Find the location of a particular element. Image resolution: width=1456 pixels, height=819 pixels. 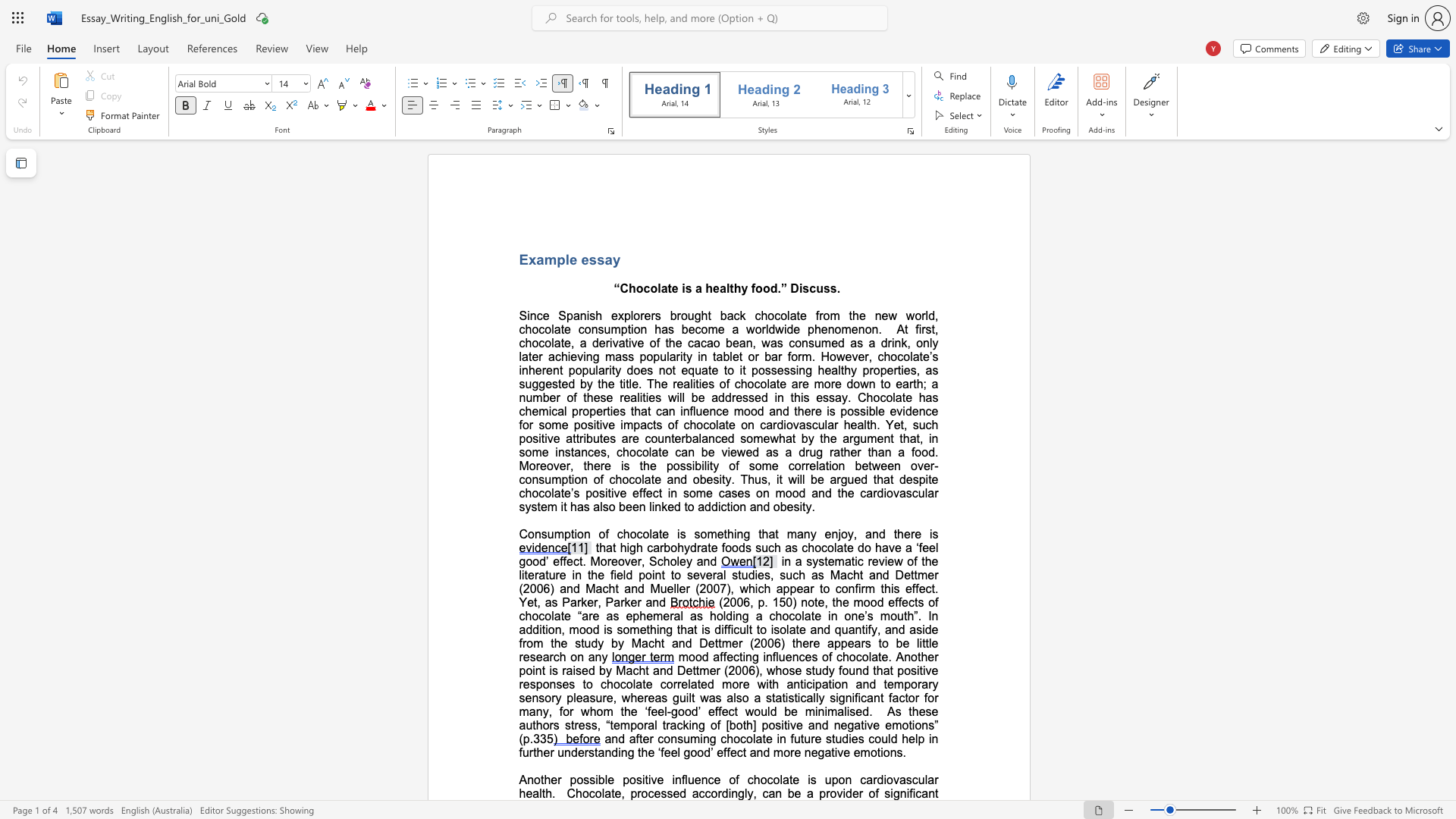

the subset text ", for whom the ‘feel-good’ effect would be minimalised" within the text "guilt was also a statistically significant factor for many, for whom the ‘feel-good’ effect would be minimalised" is located at coordinates (548, 711).